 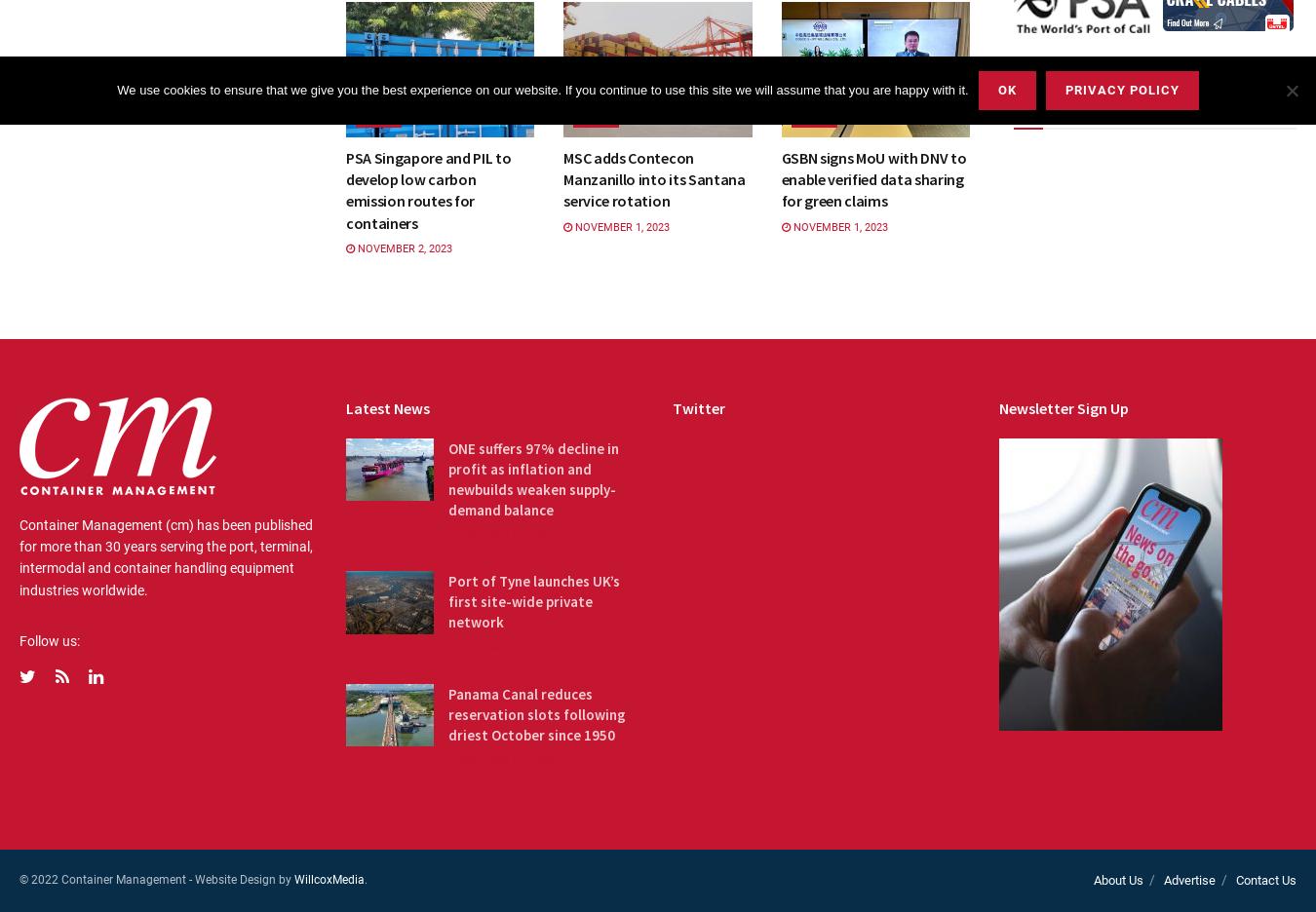 I want to click on 'Twitter', so click(x=697, y=406).